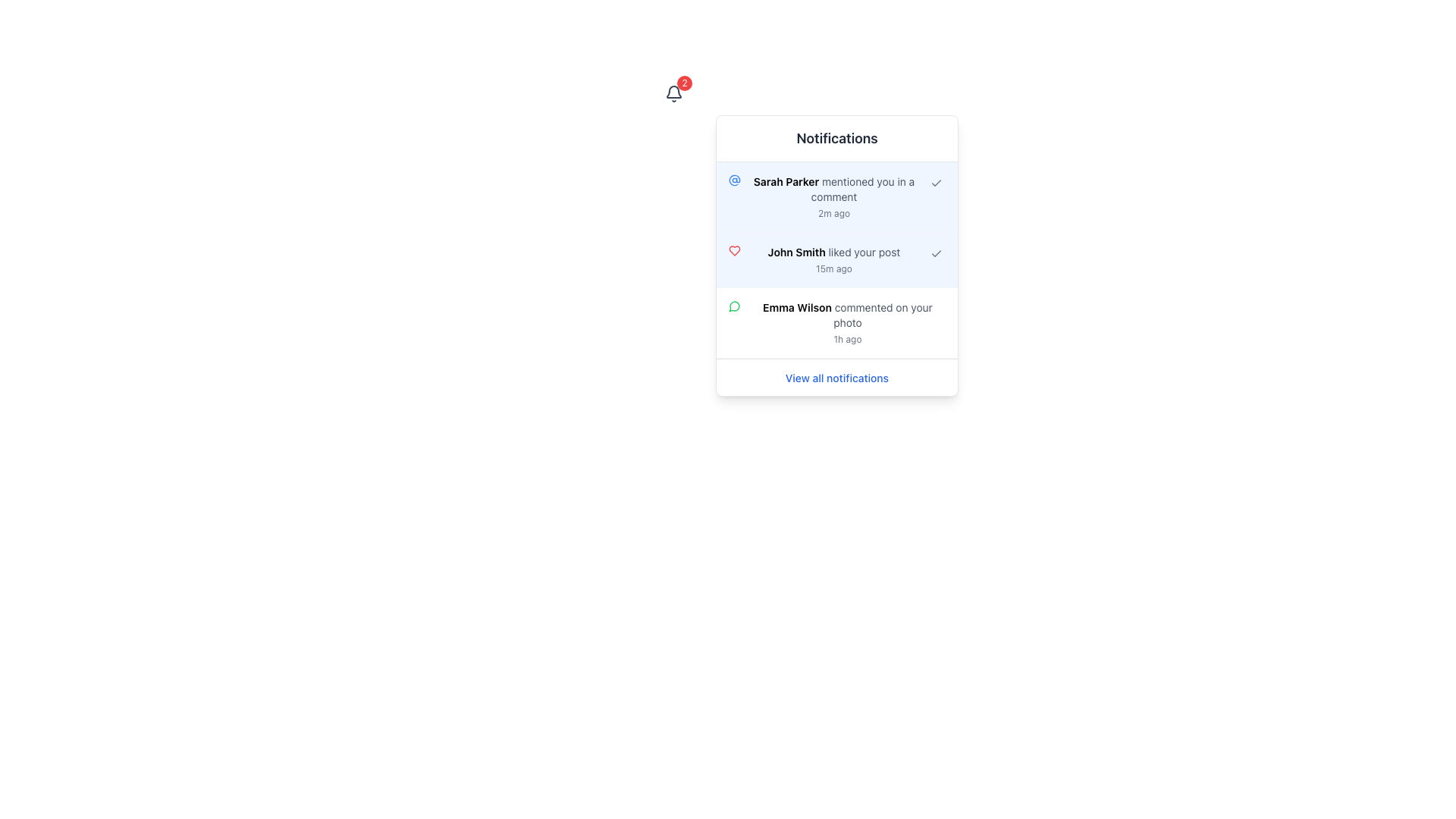 This screenshot has width=1456, height=819. What do you see at coordinates (796, 307) in the screenshot?
I see `the text label 'Emma Wilson' in the third notification item within the 'Notifications' dropdown panel` at bounding box center [796, 307].